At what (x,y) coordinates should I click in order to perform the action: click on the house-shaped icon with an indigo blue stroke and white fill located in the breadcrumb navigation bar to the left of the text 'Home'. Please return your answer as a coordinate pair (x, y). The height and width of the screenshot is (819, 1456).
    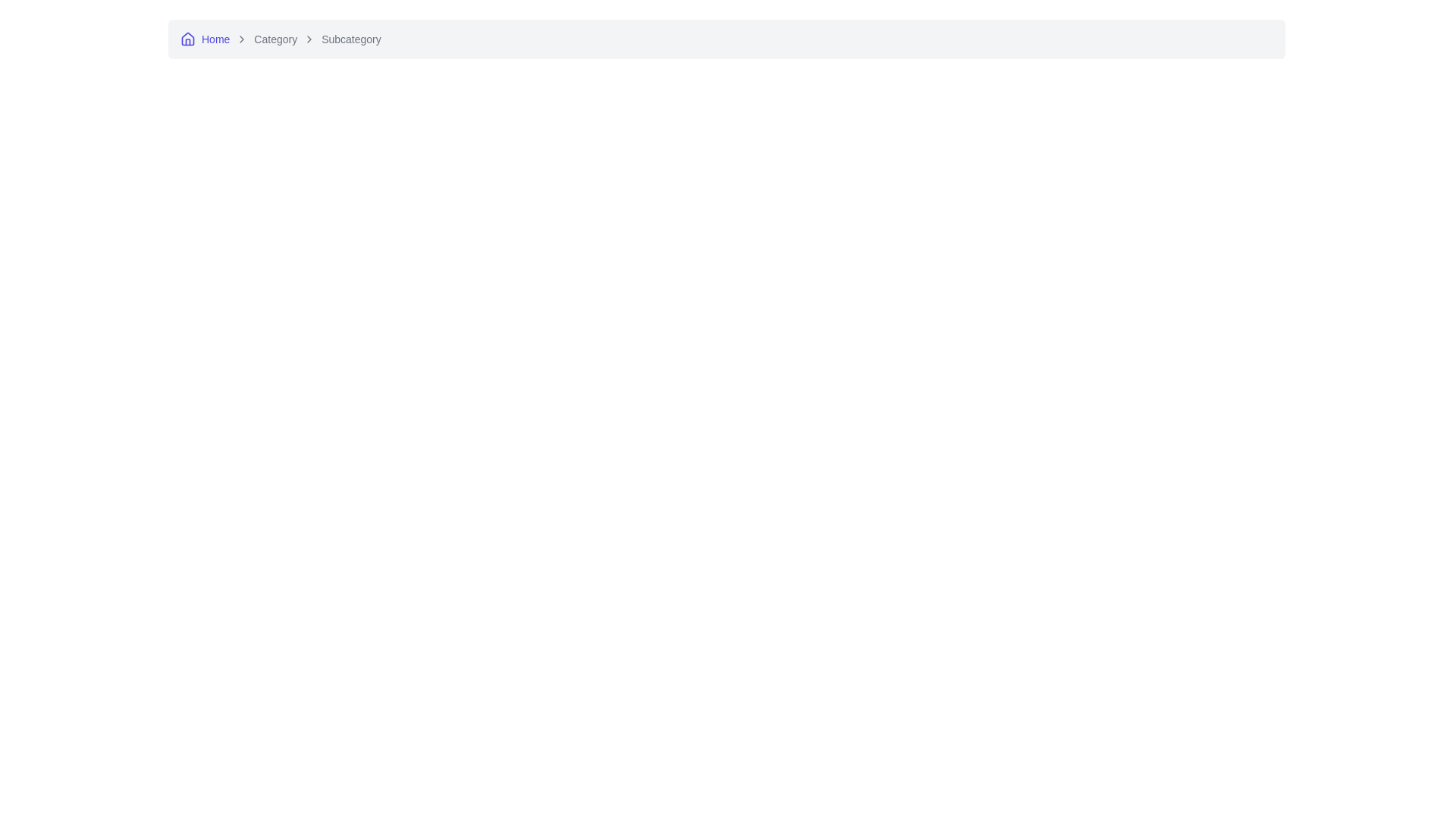
    Looking at the image, I should click on (187, 38).